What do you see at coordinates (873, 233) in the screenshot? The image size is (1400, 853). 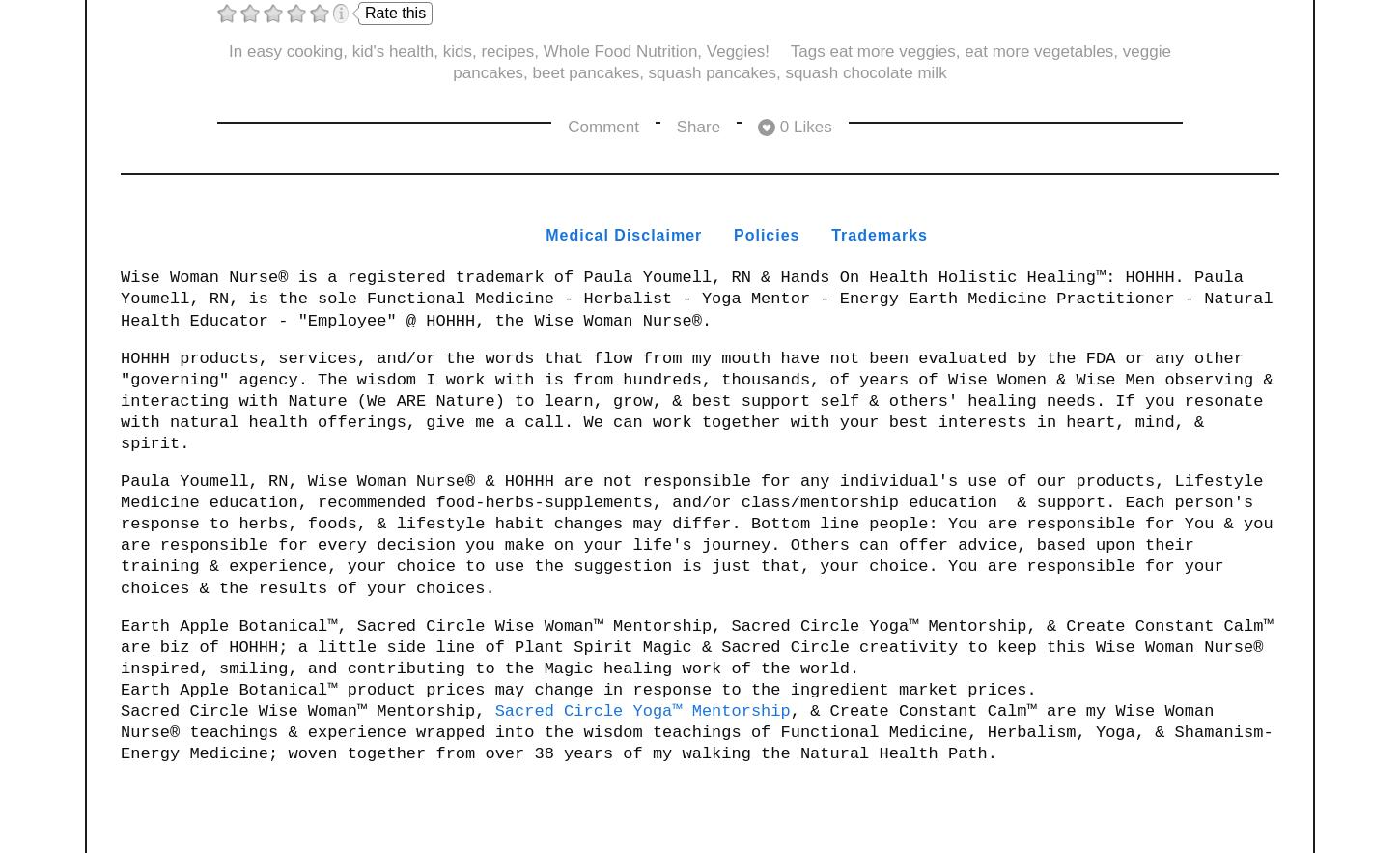 I see `'Trademark'` at bounding box center [873, 233].